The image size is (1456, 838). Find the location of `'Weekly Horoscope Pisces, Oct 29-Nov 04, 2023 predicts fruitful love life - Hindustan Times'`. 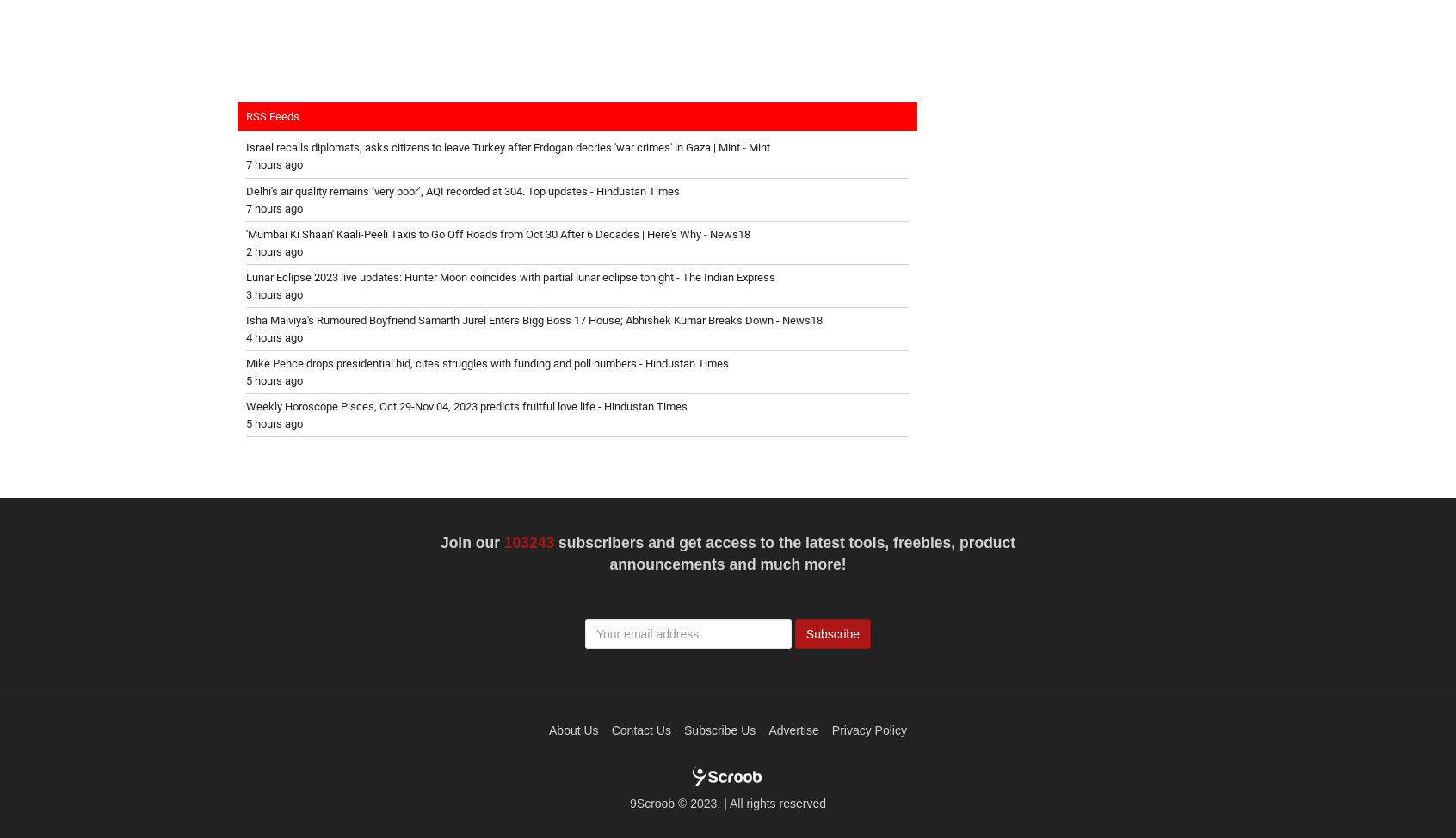

'Weekly Horoscope Pisces, Oct 29-Nov 04, 2023 predicts fruitful love life - Hindustan Times' is located at coordinates (244, 404).